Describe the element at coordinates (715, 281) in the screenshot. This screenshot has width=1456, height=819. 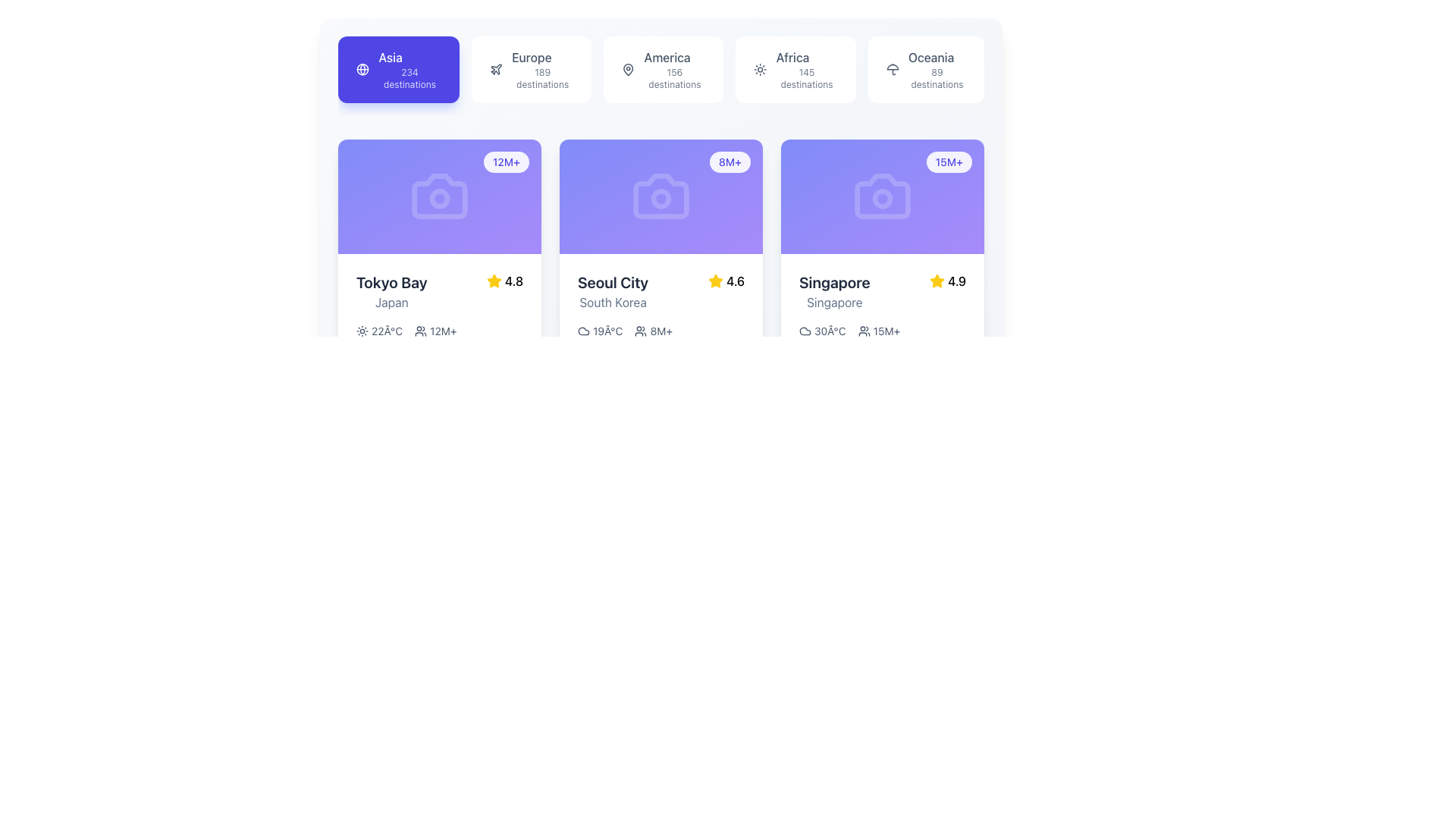
I see `the style of the star icon representing the rating in the 'Seoul City, South Korea' card, which is associated with a numeric rating of '4.6'` at that location.